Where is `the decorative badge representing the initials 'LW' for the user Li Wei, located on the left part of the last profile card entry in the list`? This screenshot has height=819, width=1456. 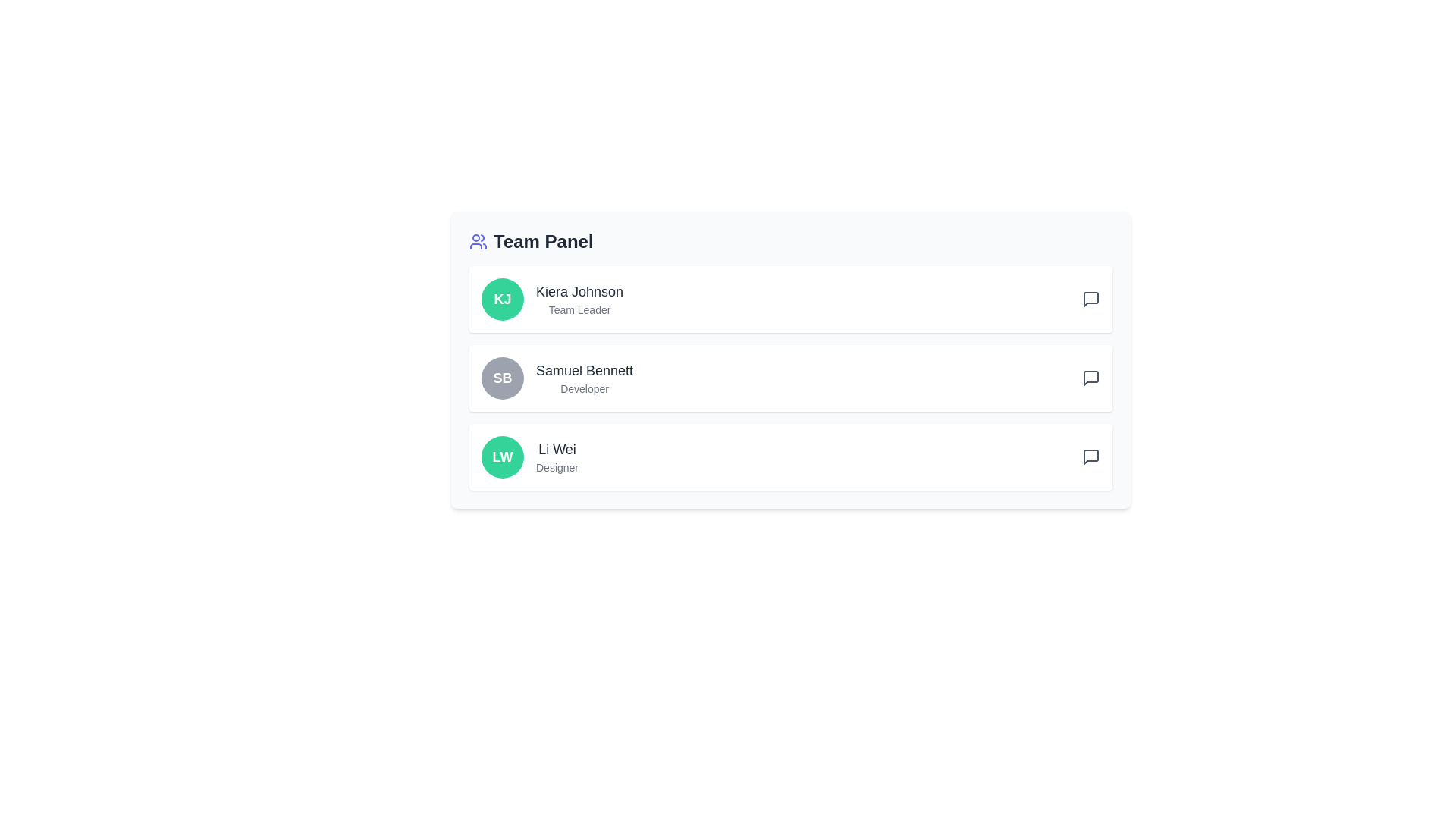
the decorative badge representing the initials 'LW' for the user Li Wei, located on the left part of the last profile card entry in the list is located at coordinates (502, 456).